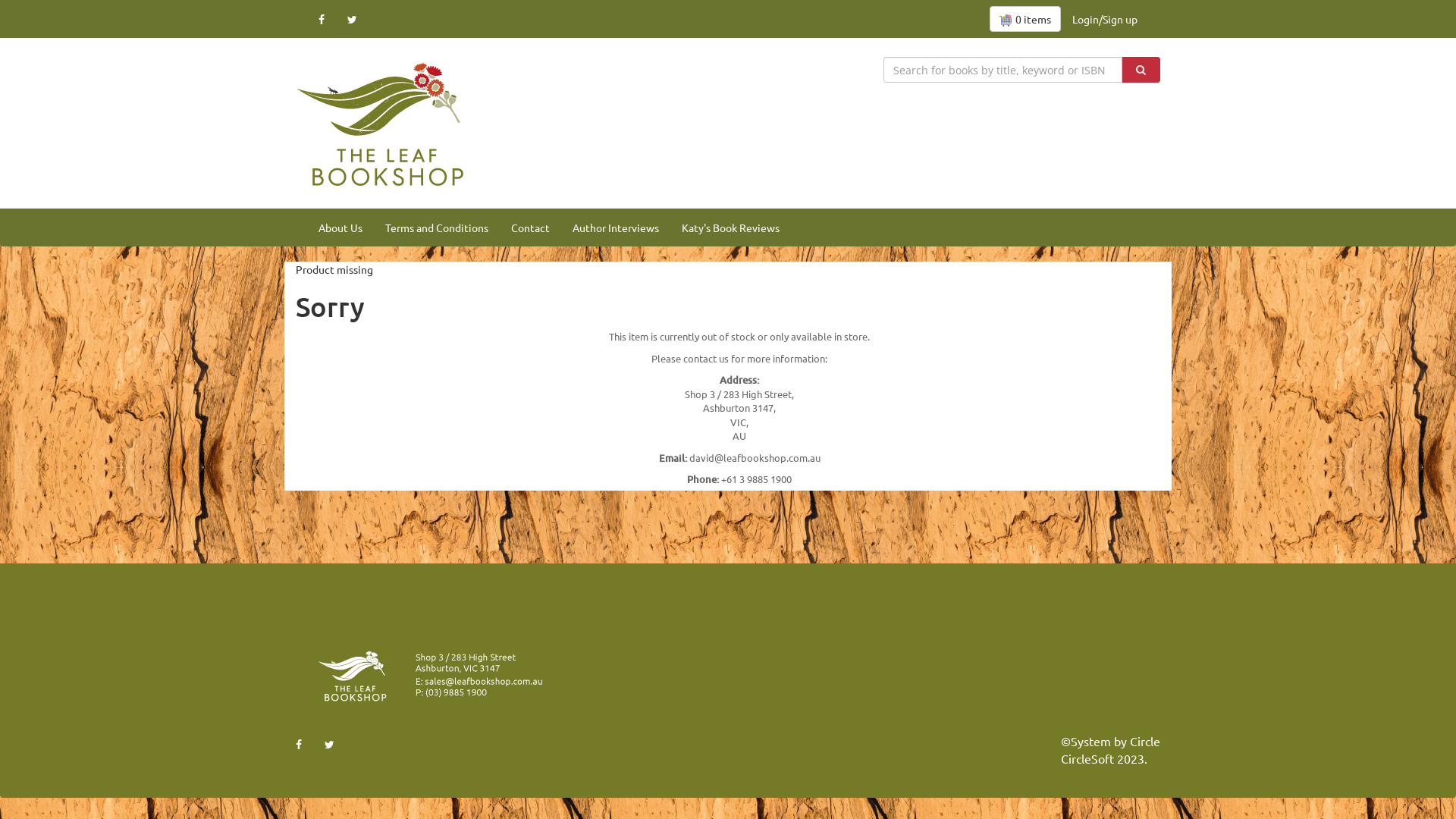 This screenshot has height=819, width=1456. Describe the element at coordinates (499, 227) in the screenshot. I see `'Contact'` at that location.